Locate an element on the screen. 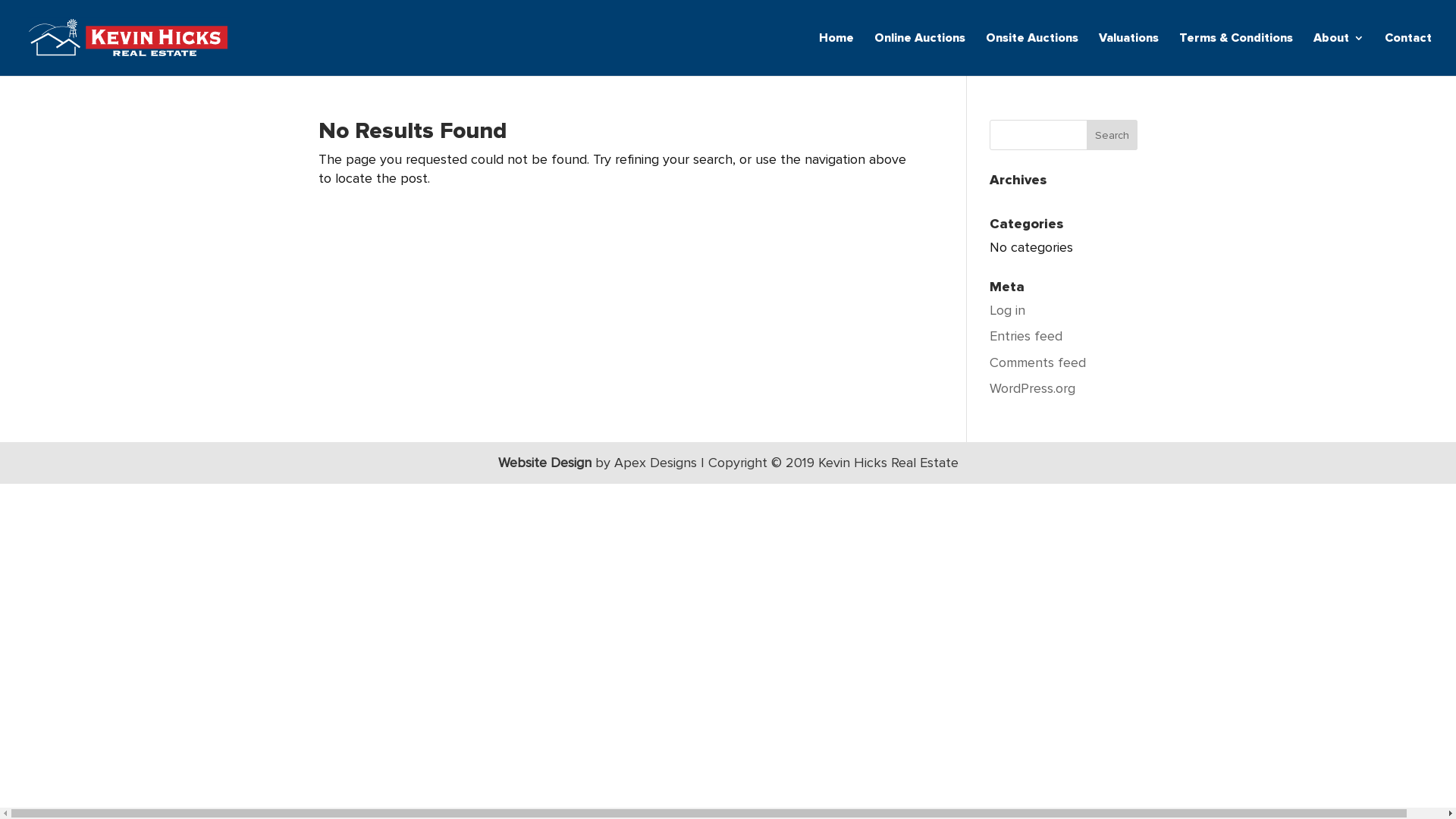 This screenshot has height=819, width=1456. 'Entries feed' is located at coordinates (990, 335).